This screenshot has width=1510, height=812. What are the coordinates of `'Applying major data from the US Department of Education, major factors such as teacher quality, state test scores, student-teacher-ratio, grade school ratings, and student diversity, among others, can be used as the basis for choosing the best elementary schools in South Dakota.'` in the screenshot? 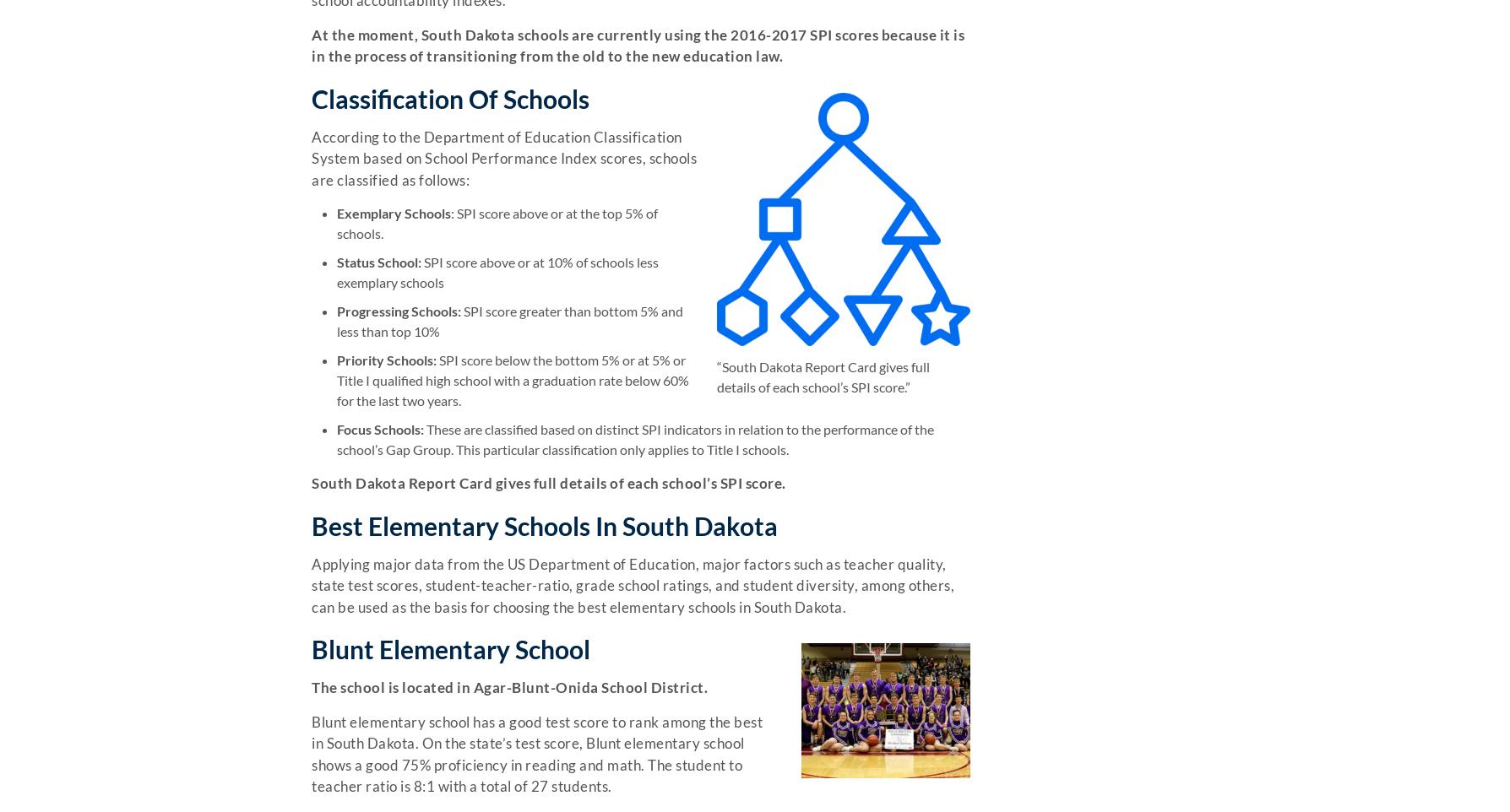 It's located at (632, 584).